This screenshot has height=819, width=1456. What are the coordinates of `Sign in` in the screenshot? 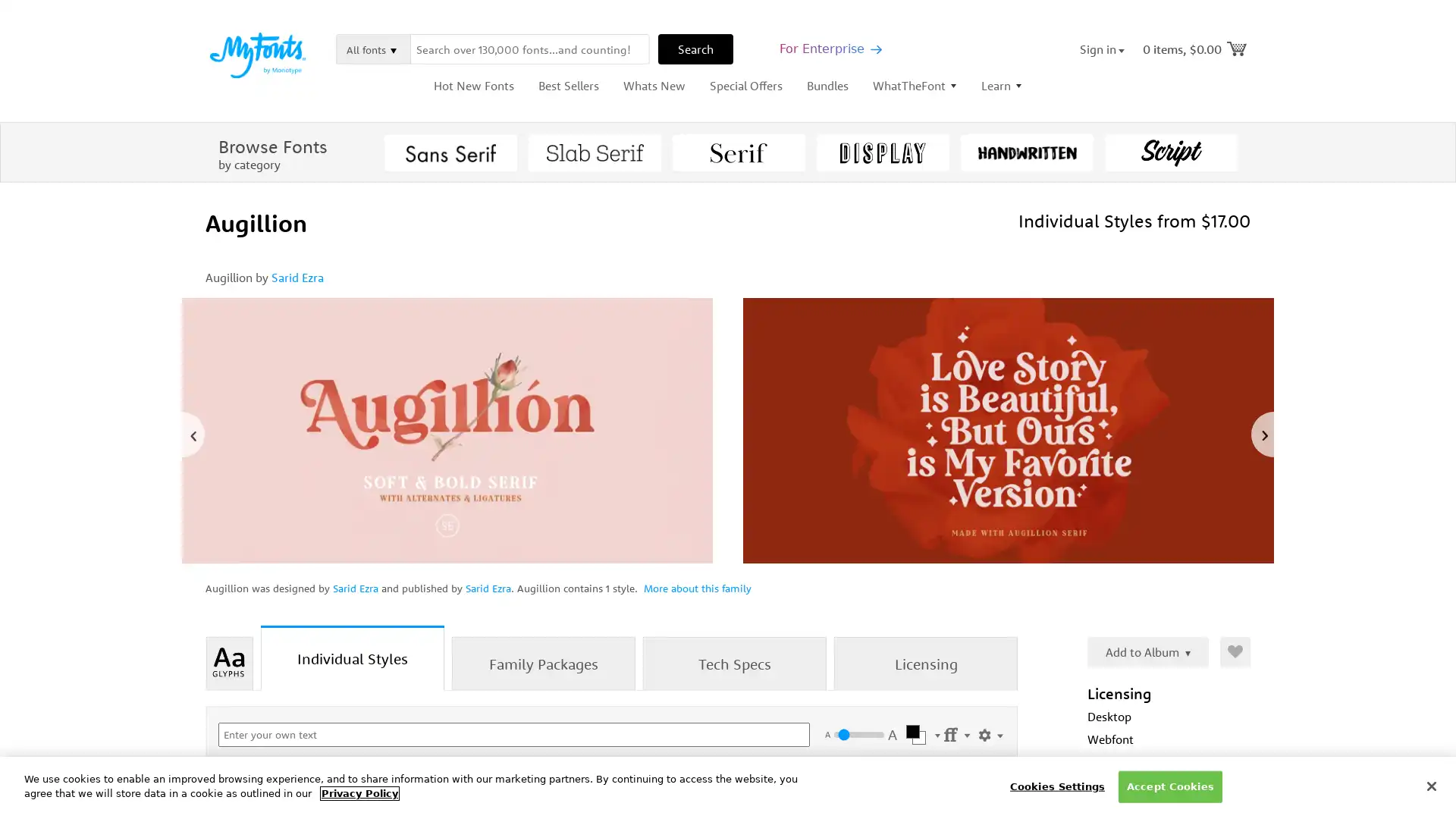 It's located at (1102, 49).